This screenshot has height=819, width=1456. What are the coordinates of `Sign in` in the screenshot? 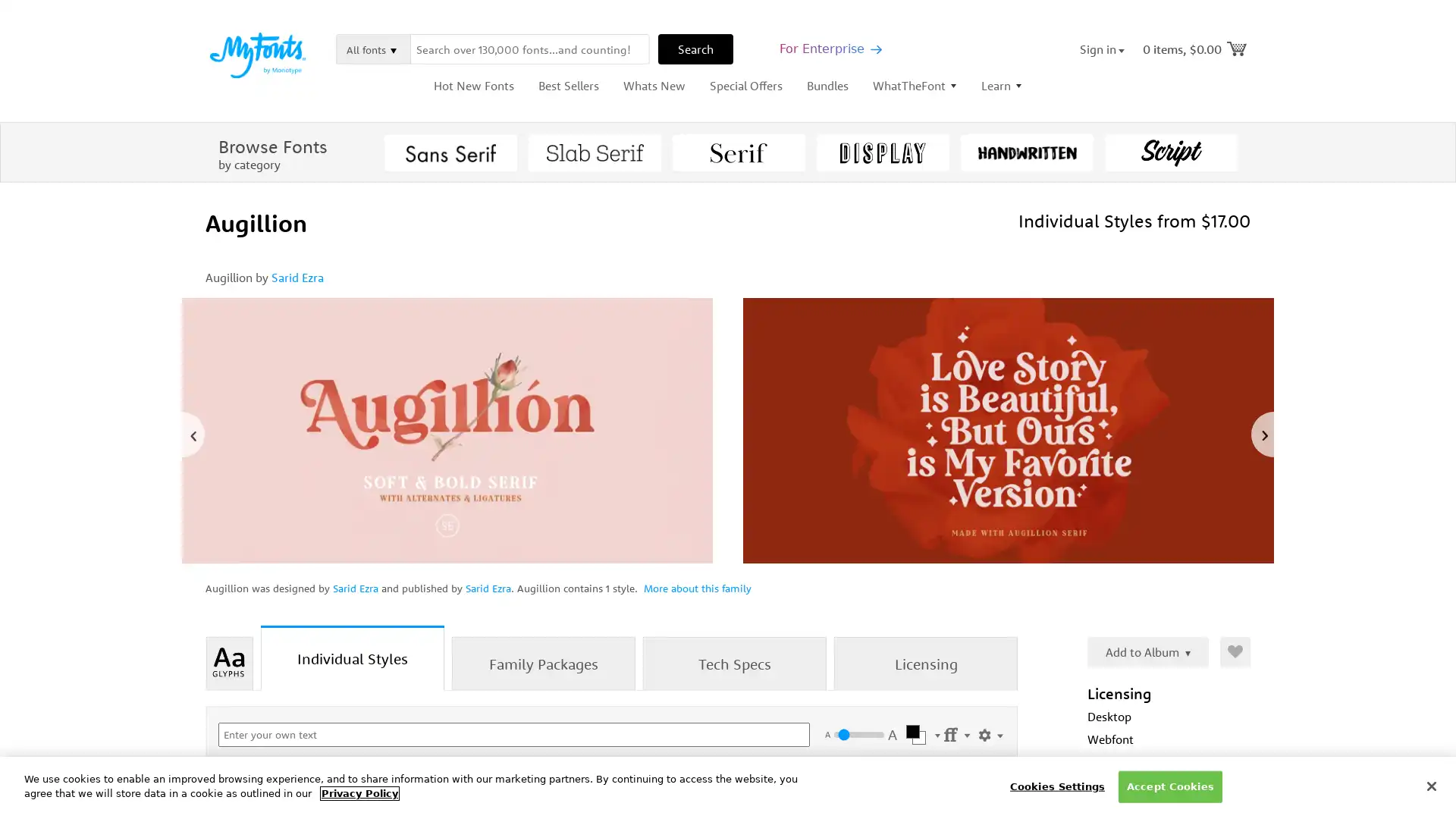 It's located at (1102, 49).